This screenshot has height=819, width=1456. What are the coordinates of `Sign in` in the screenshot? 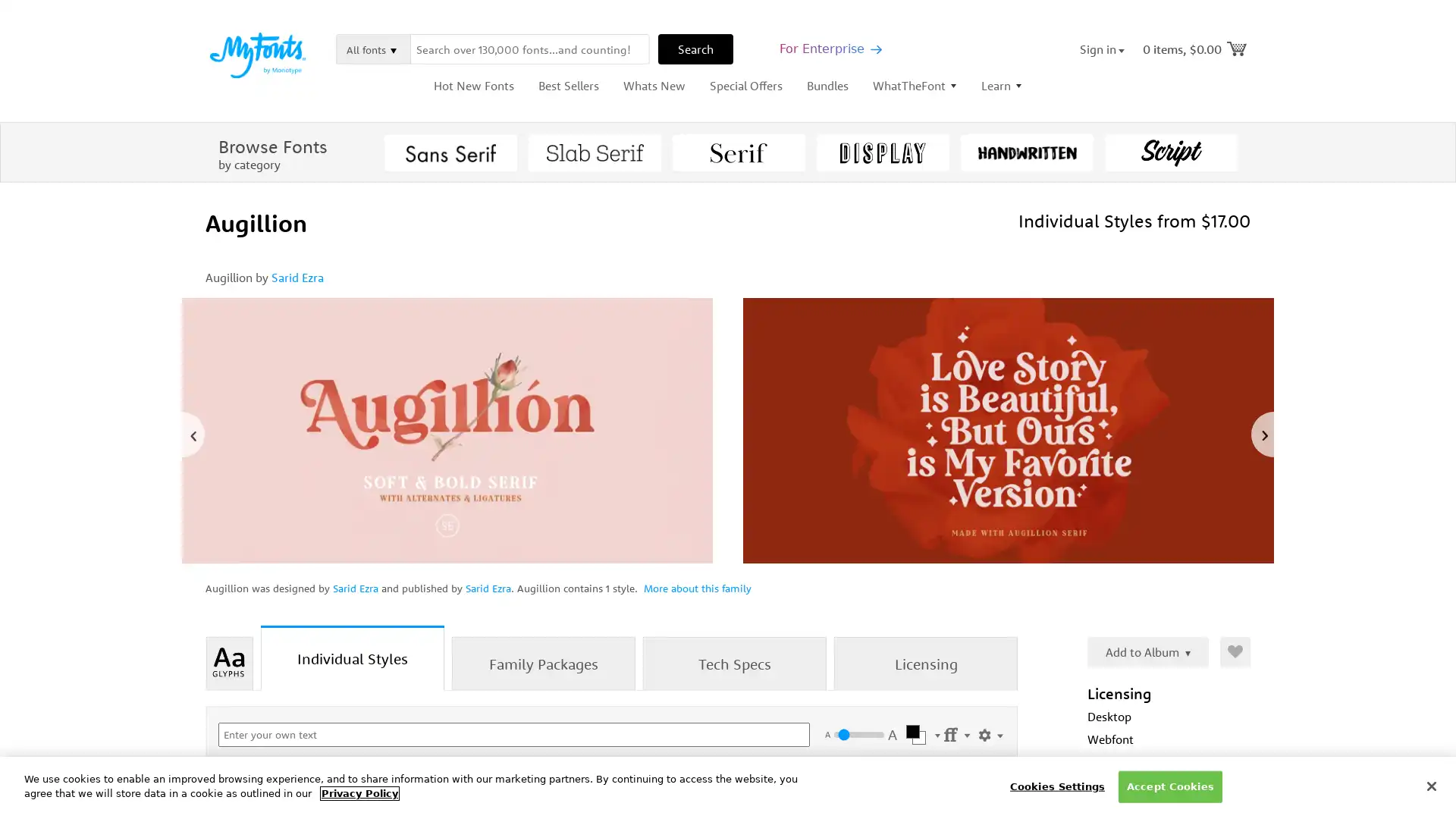 It's located at (1102, 49).